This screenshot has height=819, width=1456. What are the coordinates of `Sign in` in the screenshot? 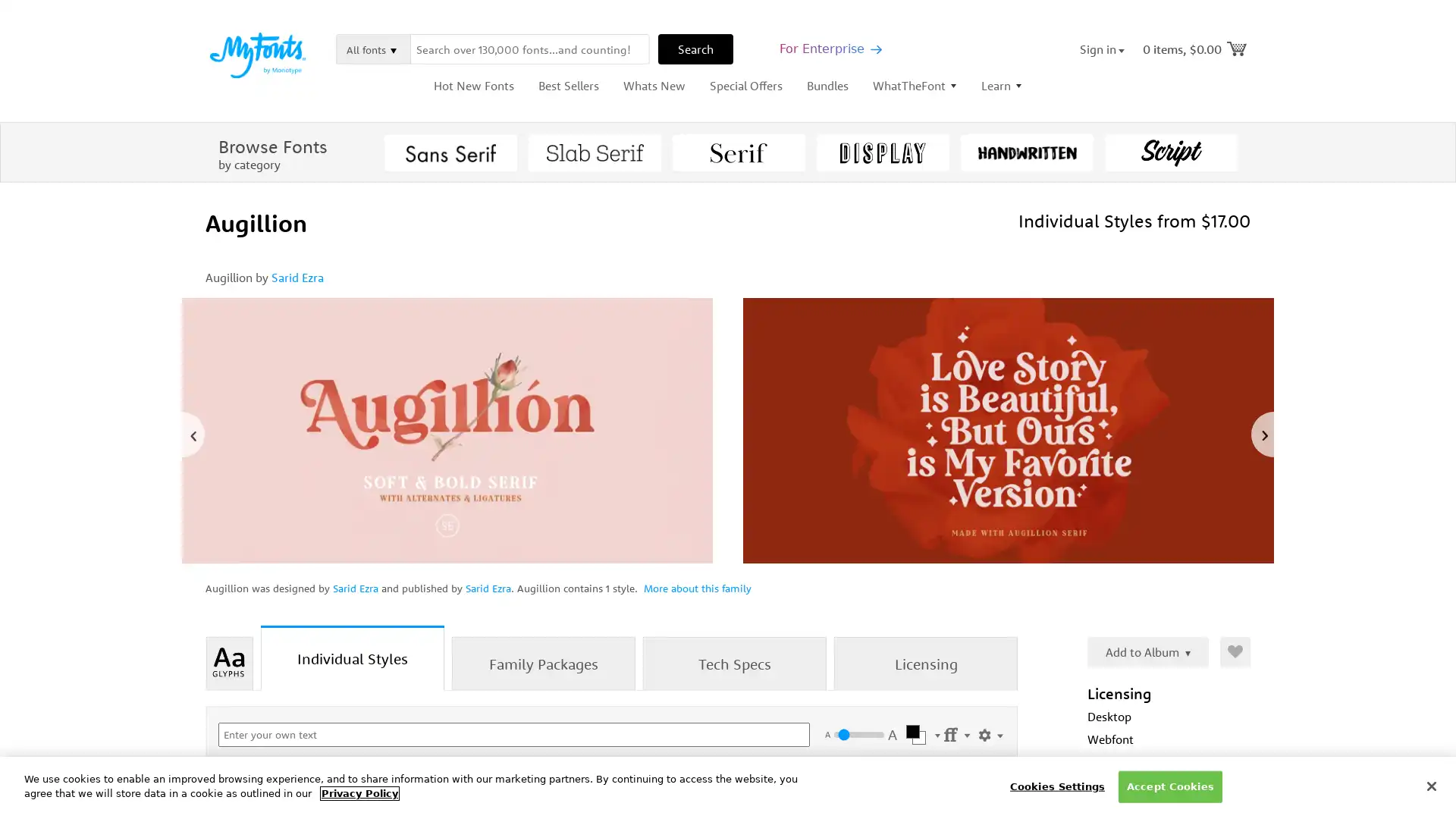 It's located at (1102, 49).